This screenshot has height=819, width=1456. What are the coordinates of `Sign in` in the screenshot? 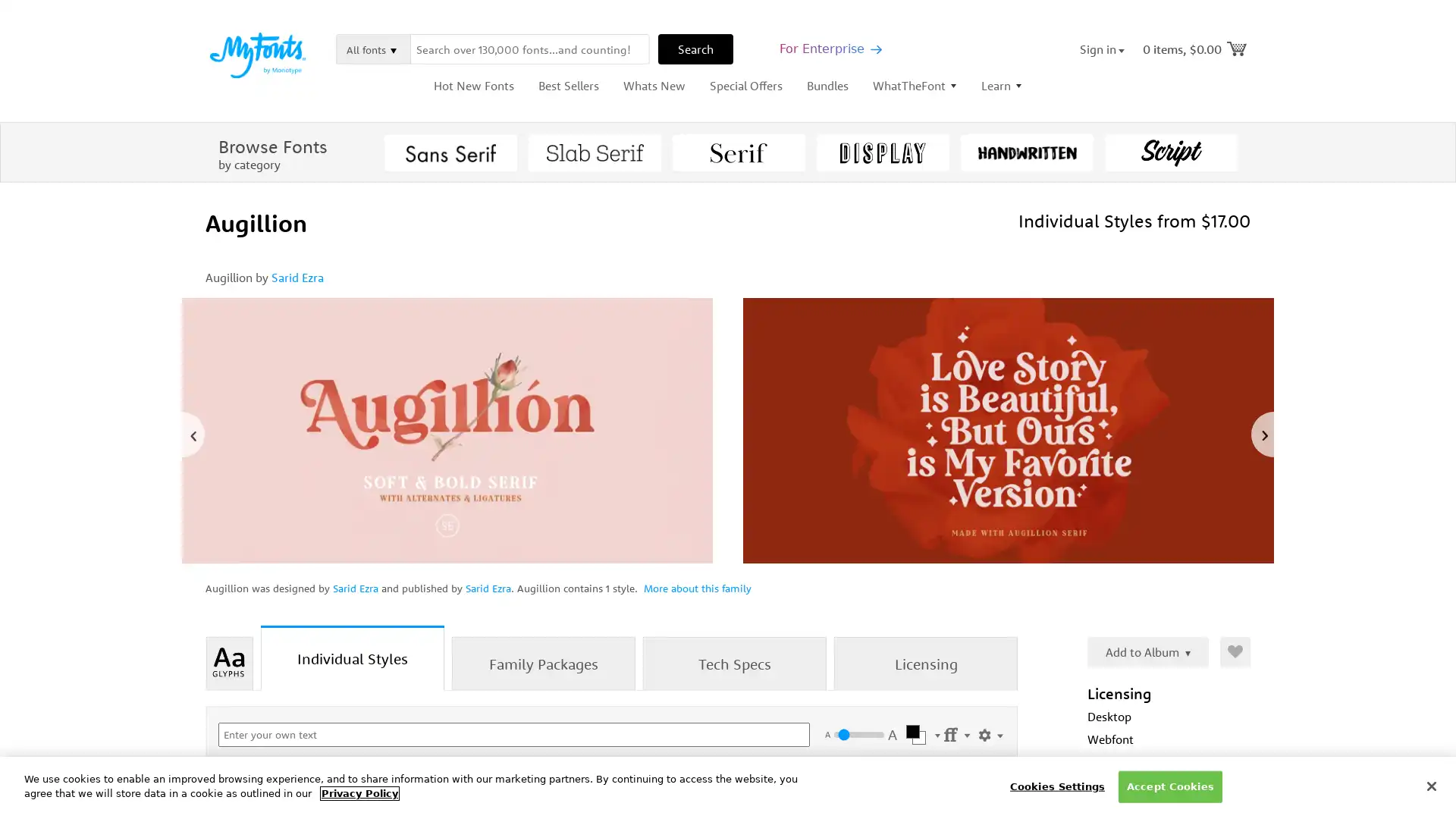 It's located at (1102, 49).